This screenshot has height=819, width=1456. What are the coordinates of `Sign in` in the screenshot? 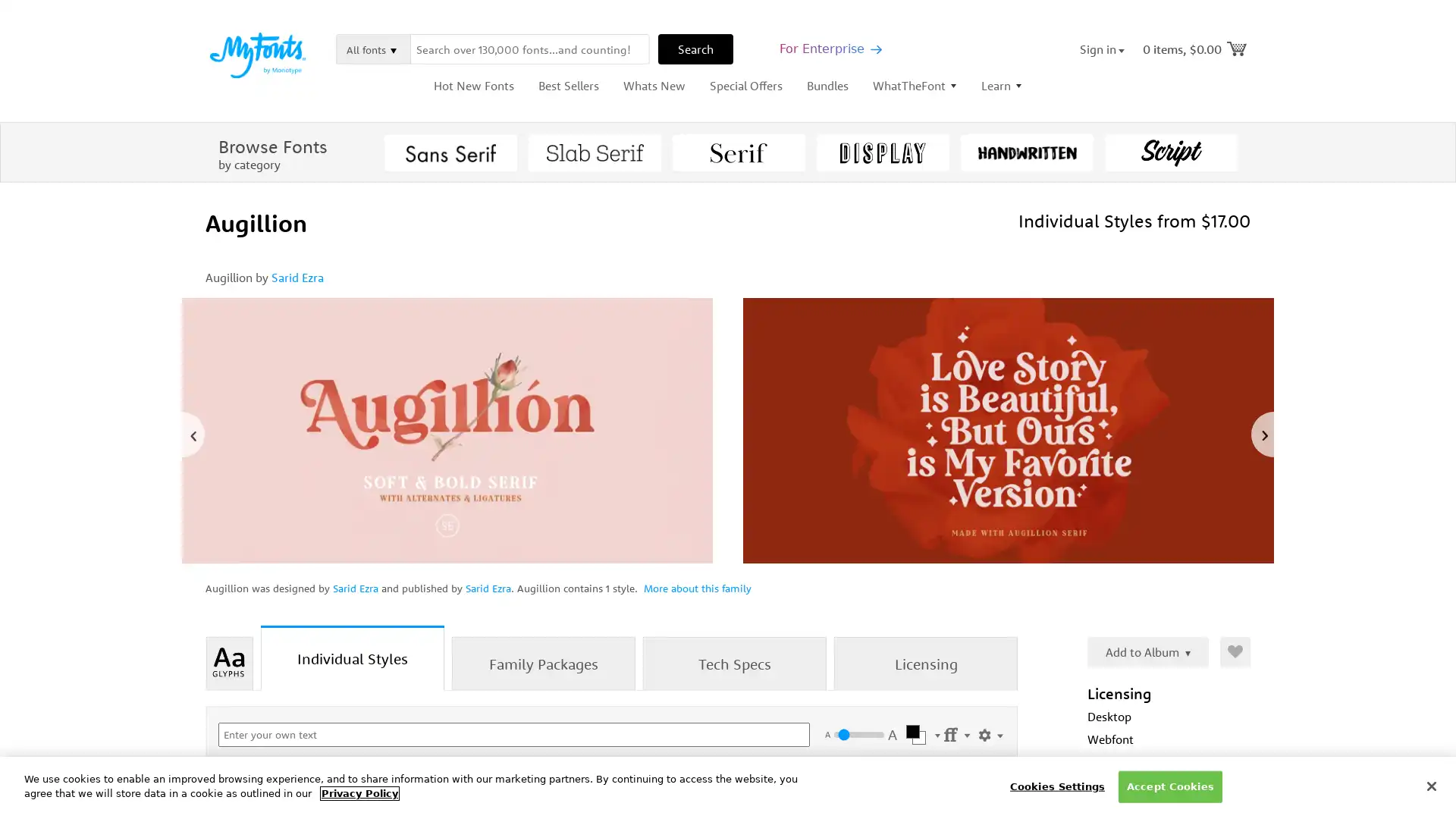 It's located at (1102, 49).